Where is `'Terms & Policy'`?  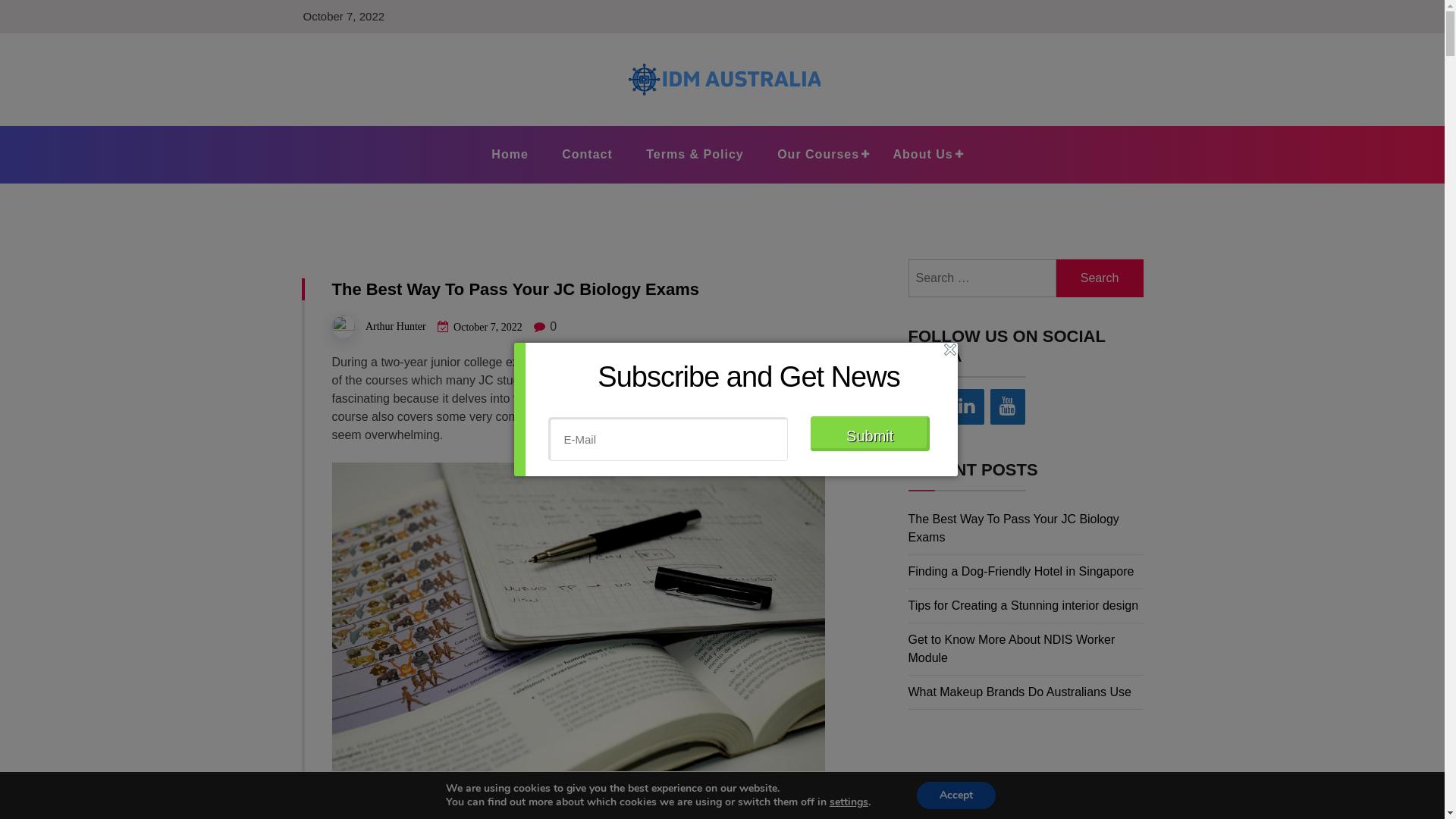
'Terms & Policy' is located at coordinates (694, 155).